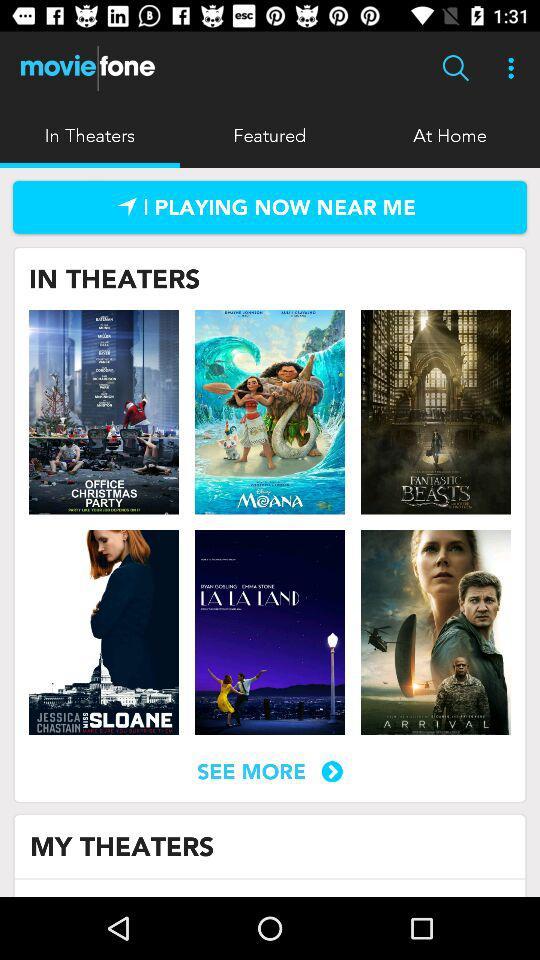 This screenshot has height=960, width=540. I want to click on show page for movie, so click(434, 411).